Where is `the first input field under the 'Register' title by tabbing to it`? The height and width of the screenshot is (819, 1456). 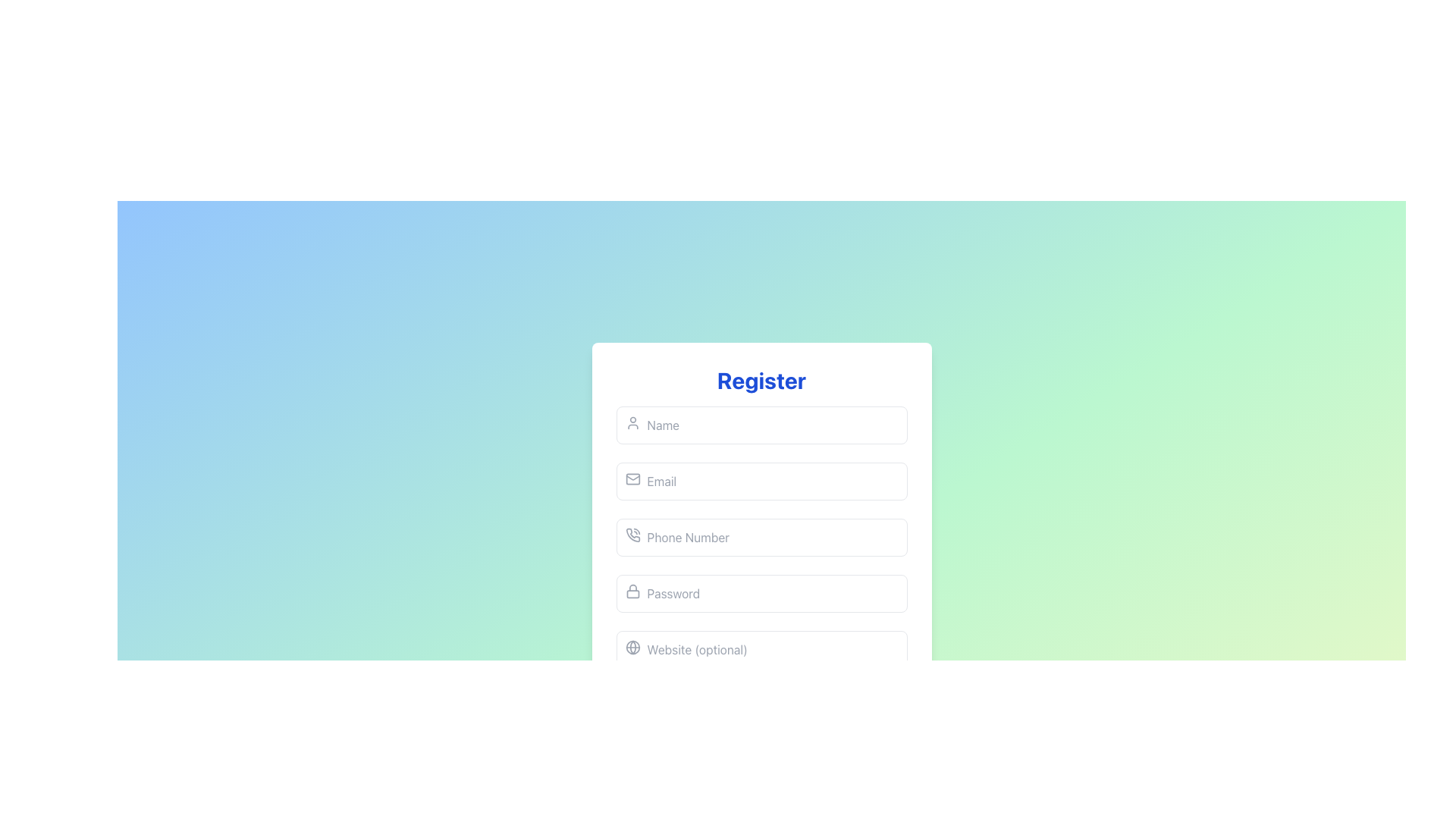
the first input field under the 'Register' title by tabbing to it is located at coordinates (761, 425).